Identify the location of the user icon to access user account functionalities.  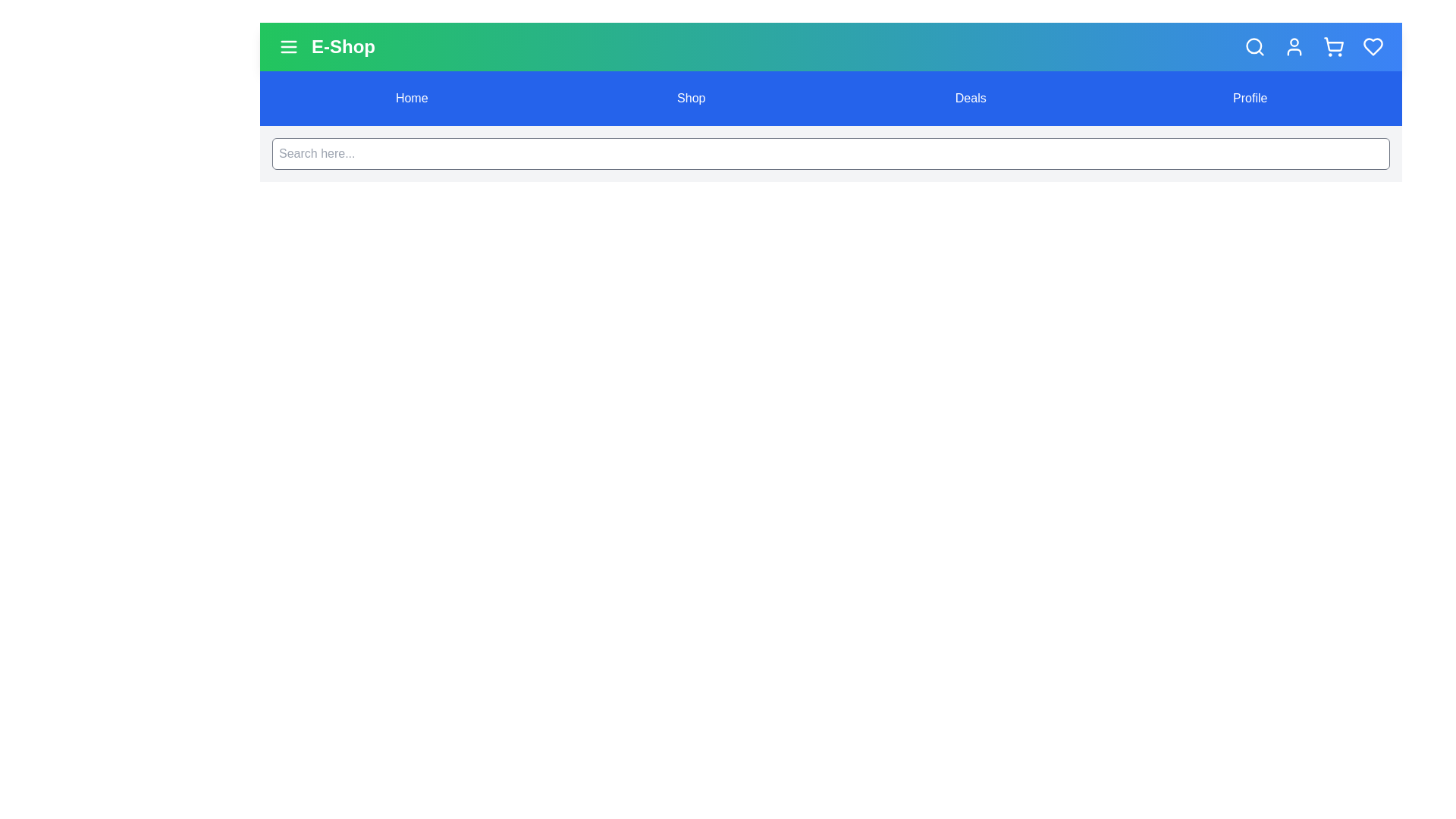
(1294, 45).